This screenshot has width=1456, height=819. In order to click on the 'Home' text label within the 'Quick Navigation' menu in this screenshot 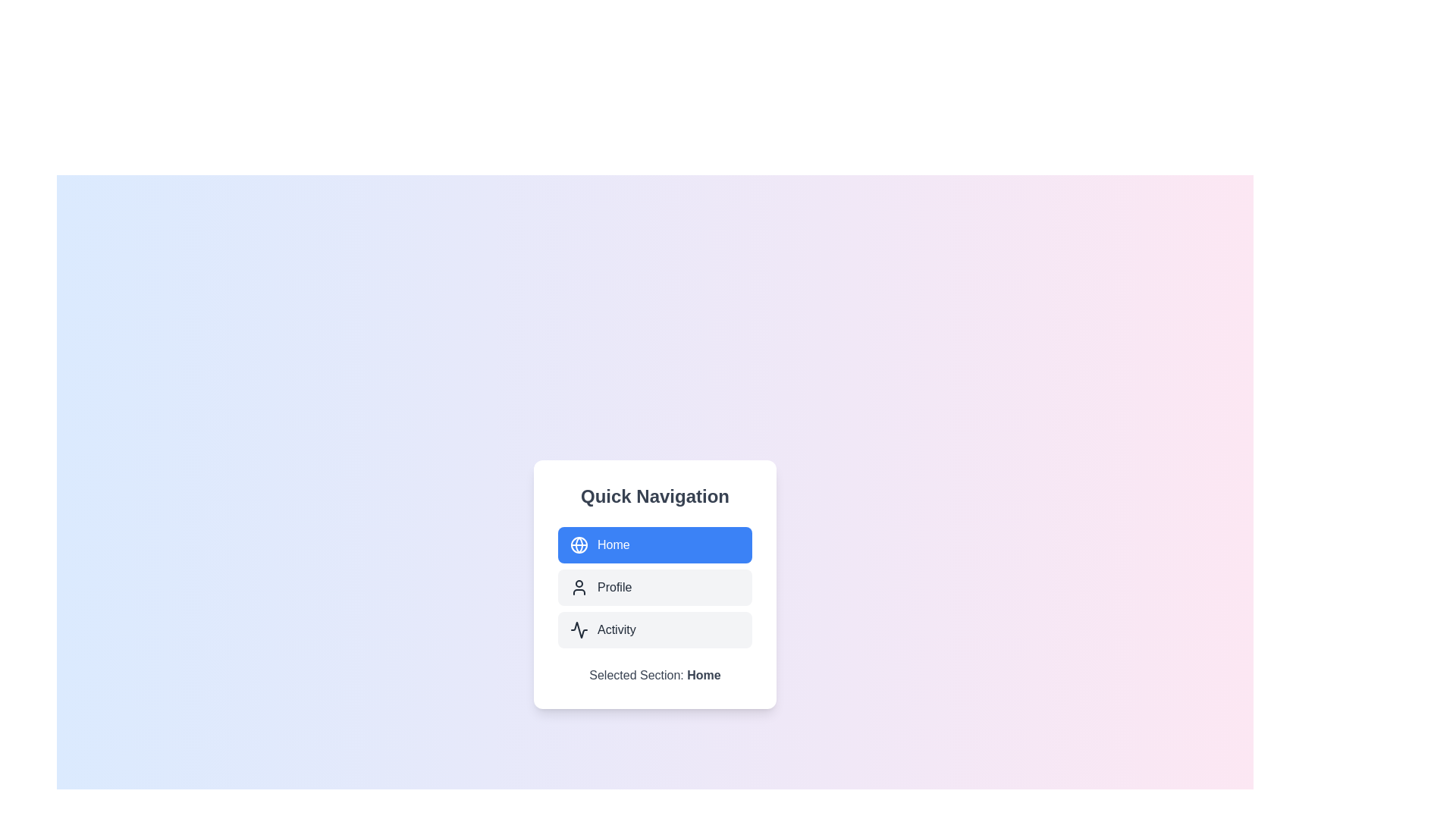, I will do `click(613, 544)`.